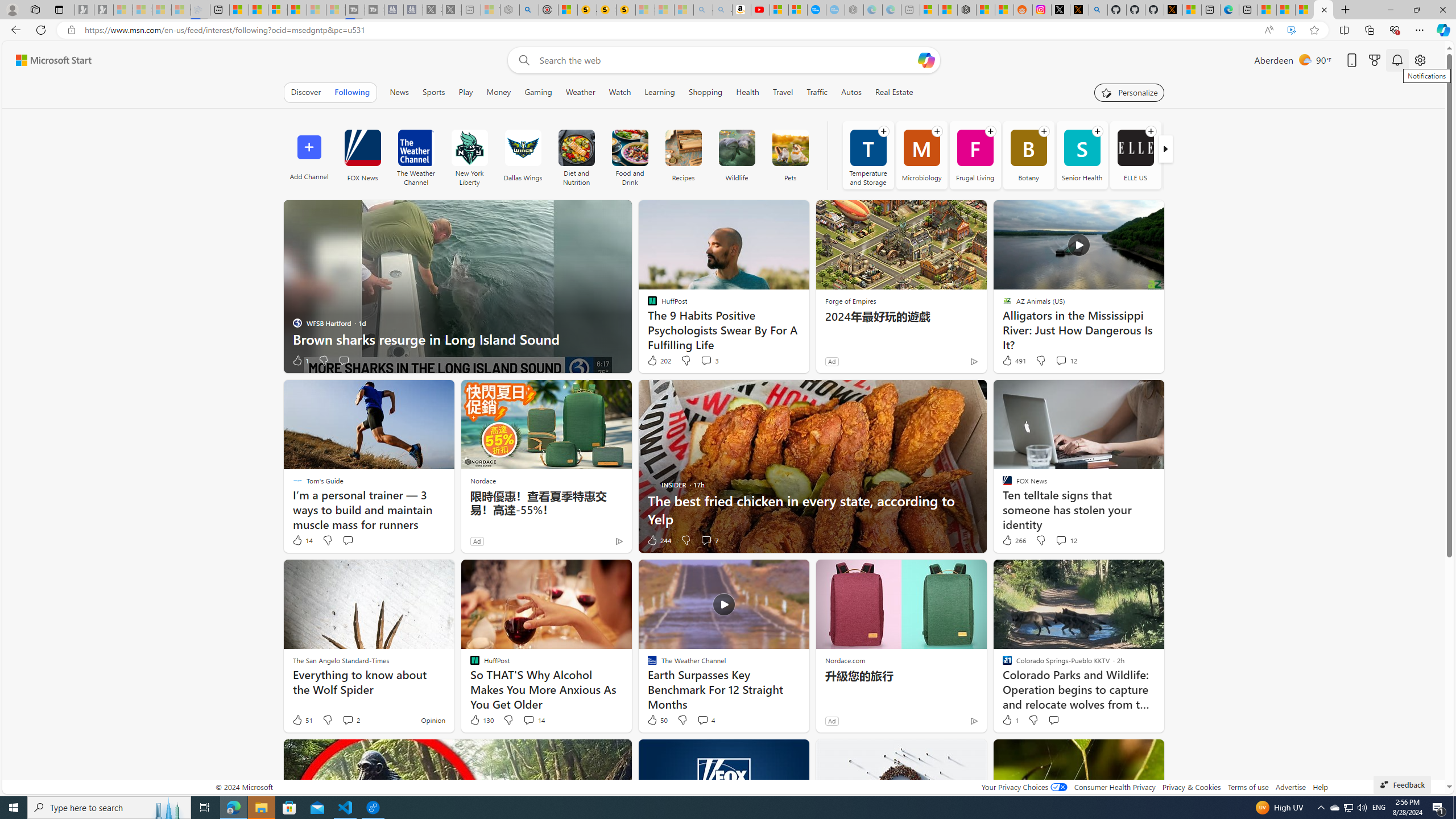 This screenshot has width=1456, height=819. Describe the element at coordinates (521, 60) in the screenshot. I see `'Web search'` at that location.